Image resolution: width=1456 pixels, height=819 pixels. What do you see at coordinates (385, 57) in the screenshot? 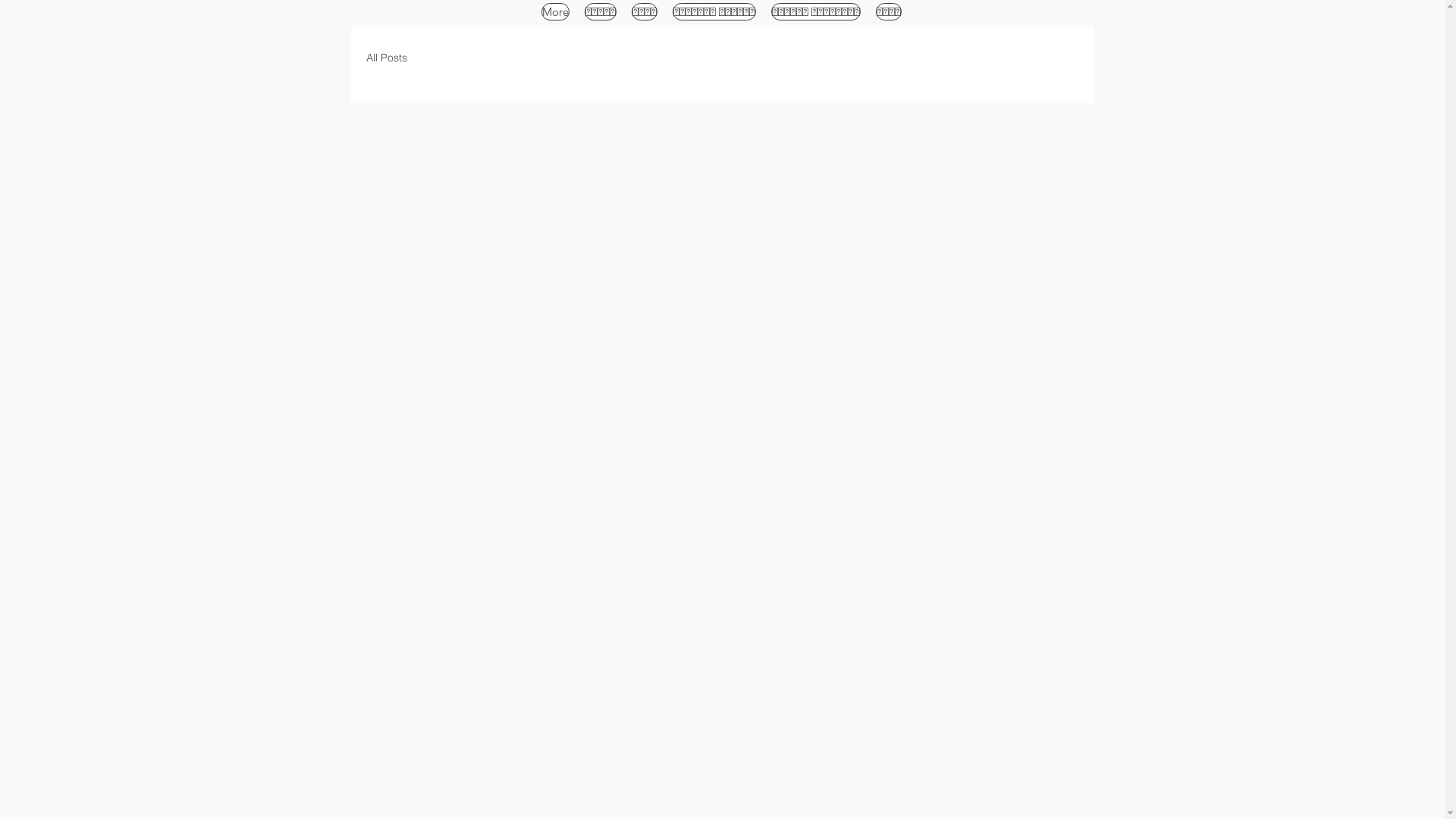
I see `'All Posts'` at bounding box center [385, 57].